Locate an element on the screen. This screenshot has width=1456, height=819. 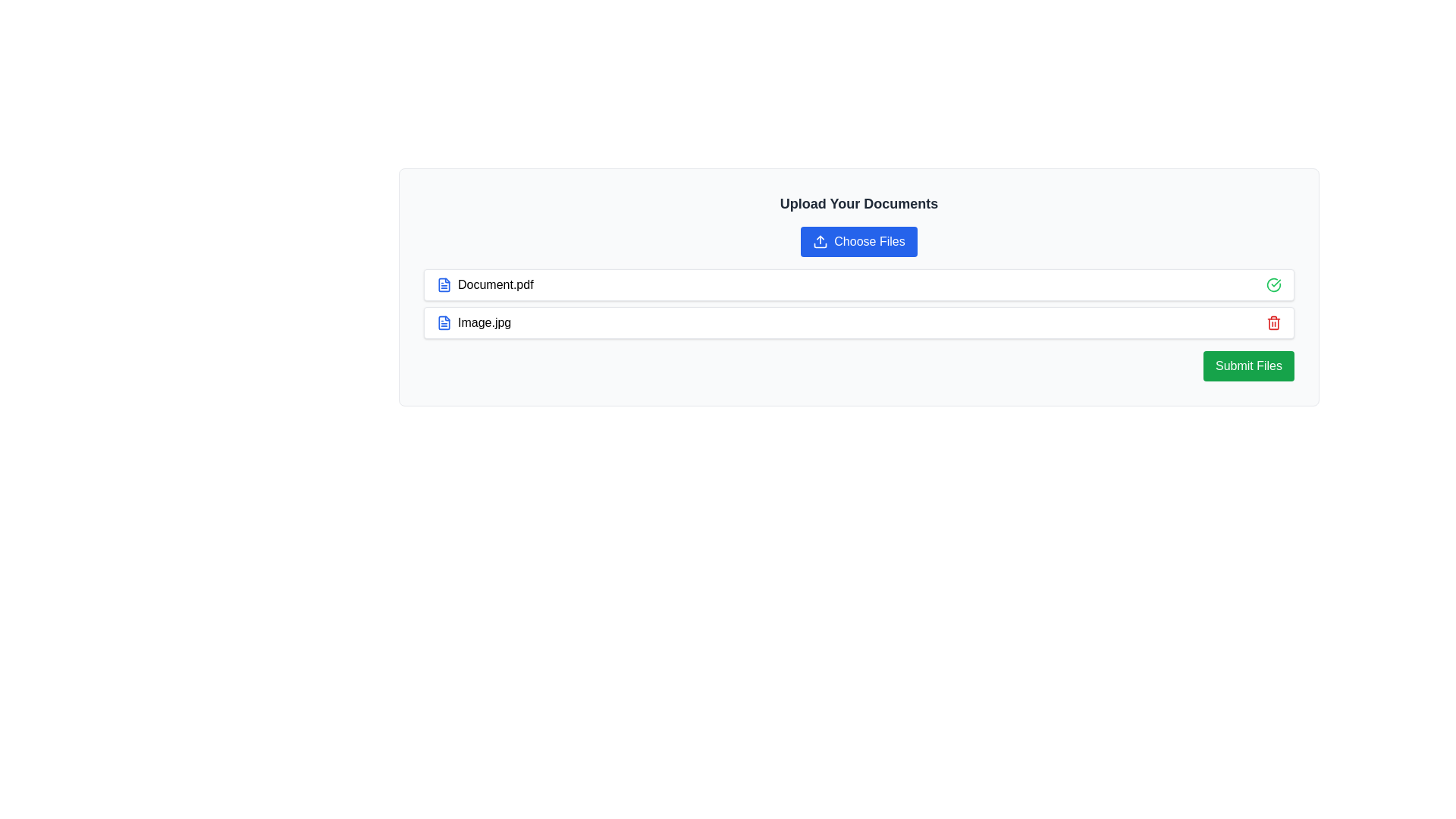
the main rectangular portion of the document icon located in the middle-right of the file upload section is located at coordinates (443, 284).